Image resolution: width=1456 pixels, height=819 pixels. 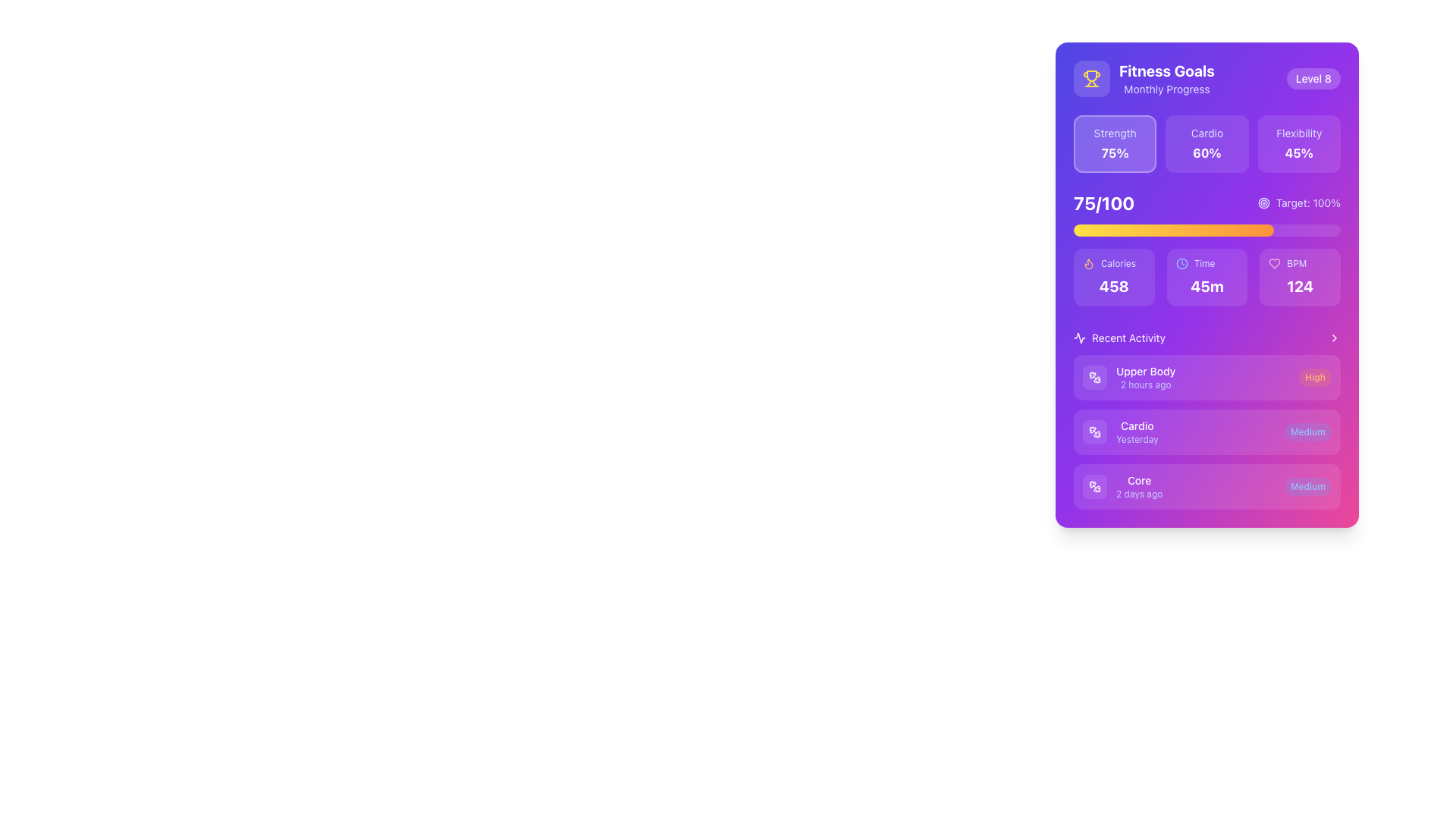 I want to click on the health or wellness icon located in the top-right area of the interface, next to the BPM section aligned with the numerical value '124', so click(x=1274, y=262).